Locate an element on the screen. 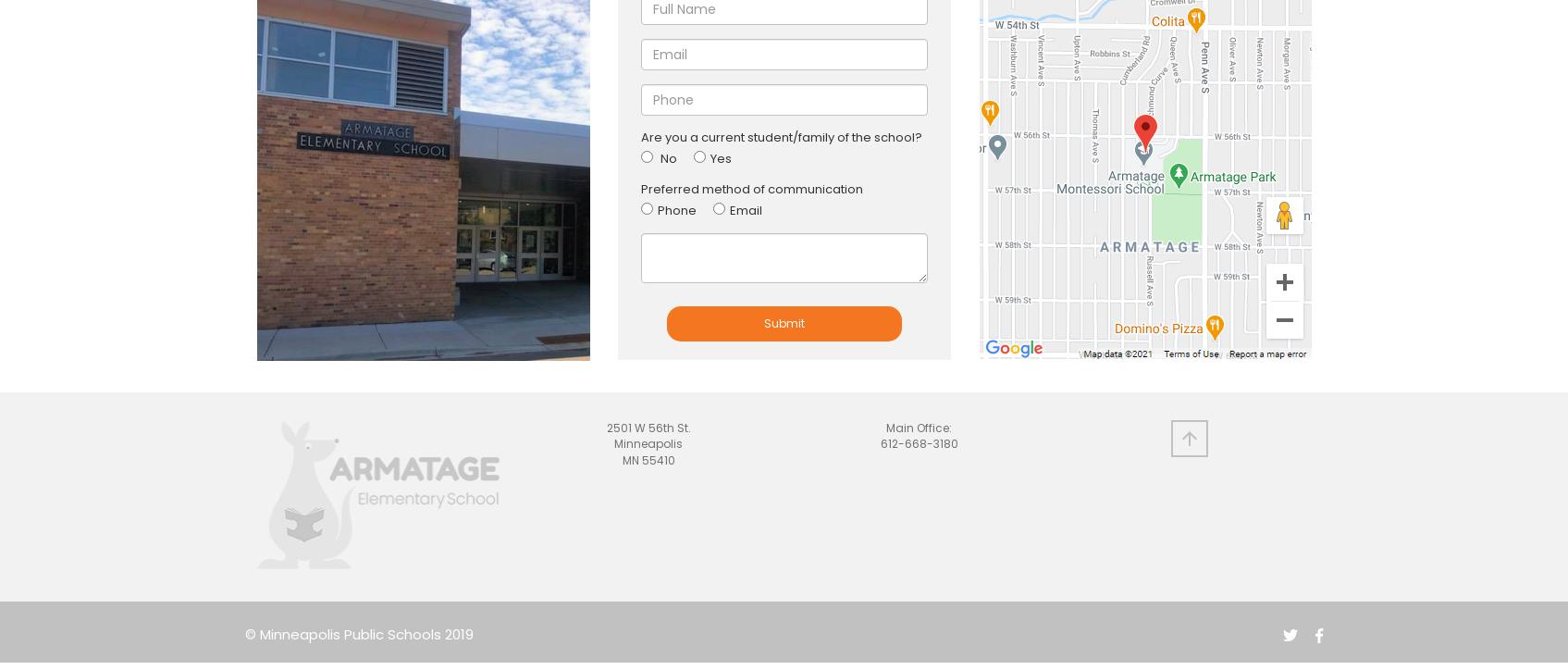 The width and height of the screenshot is (1568, 670). 'Are you a current student/family of the school?' is located at coordinates (780, 136).